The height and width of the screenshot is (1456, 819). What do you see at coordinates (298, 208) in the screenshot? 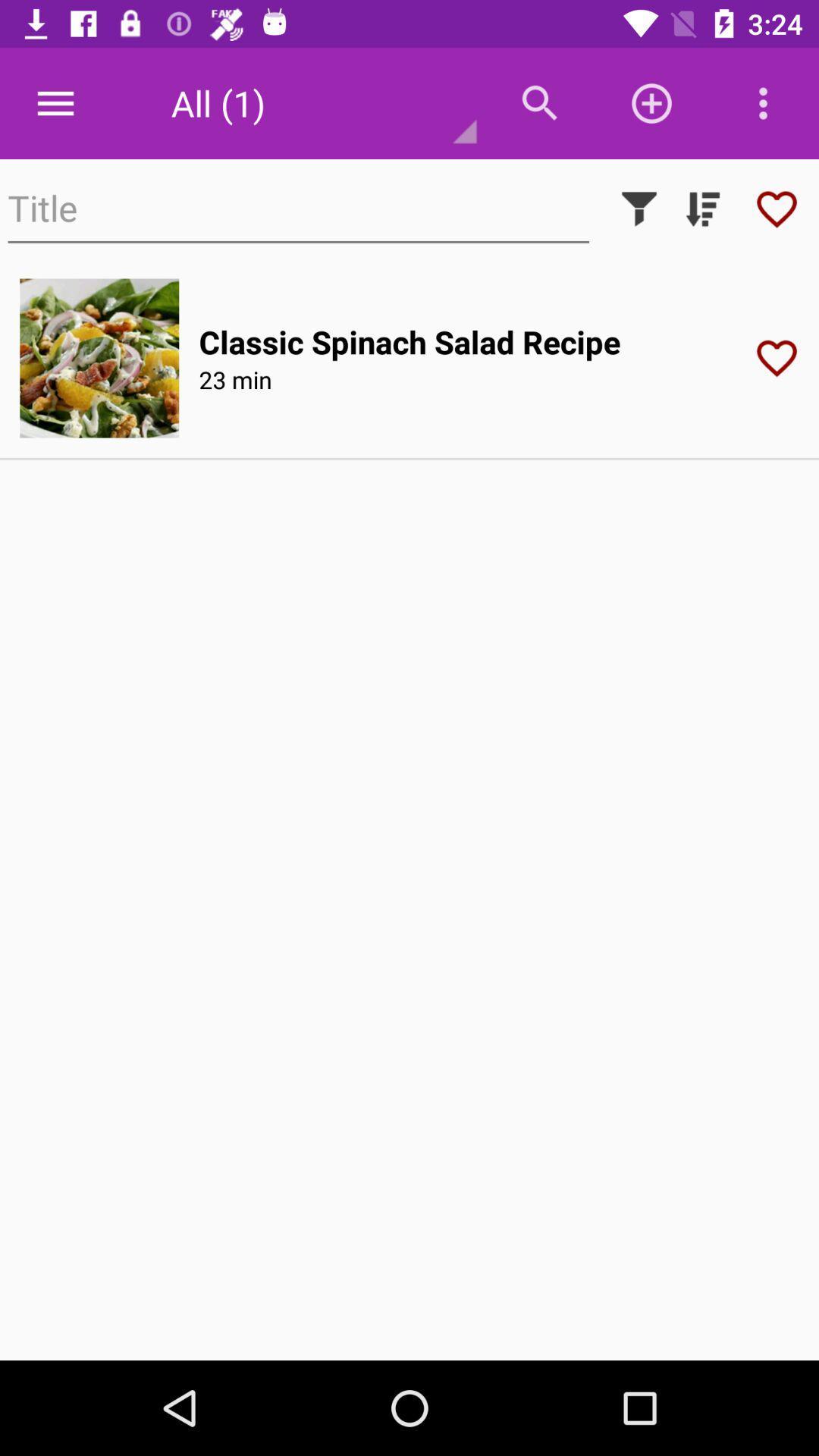
I see `title` at bounding box center [298, 208].